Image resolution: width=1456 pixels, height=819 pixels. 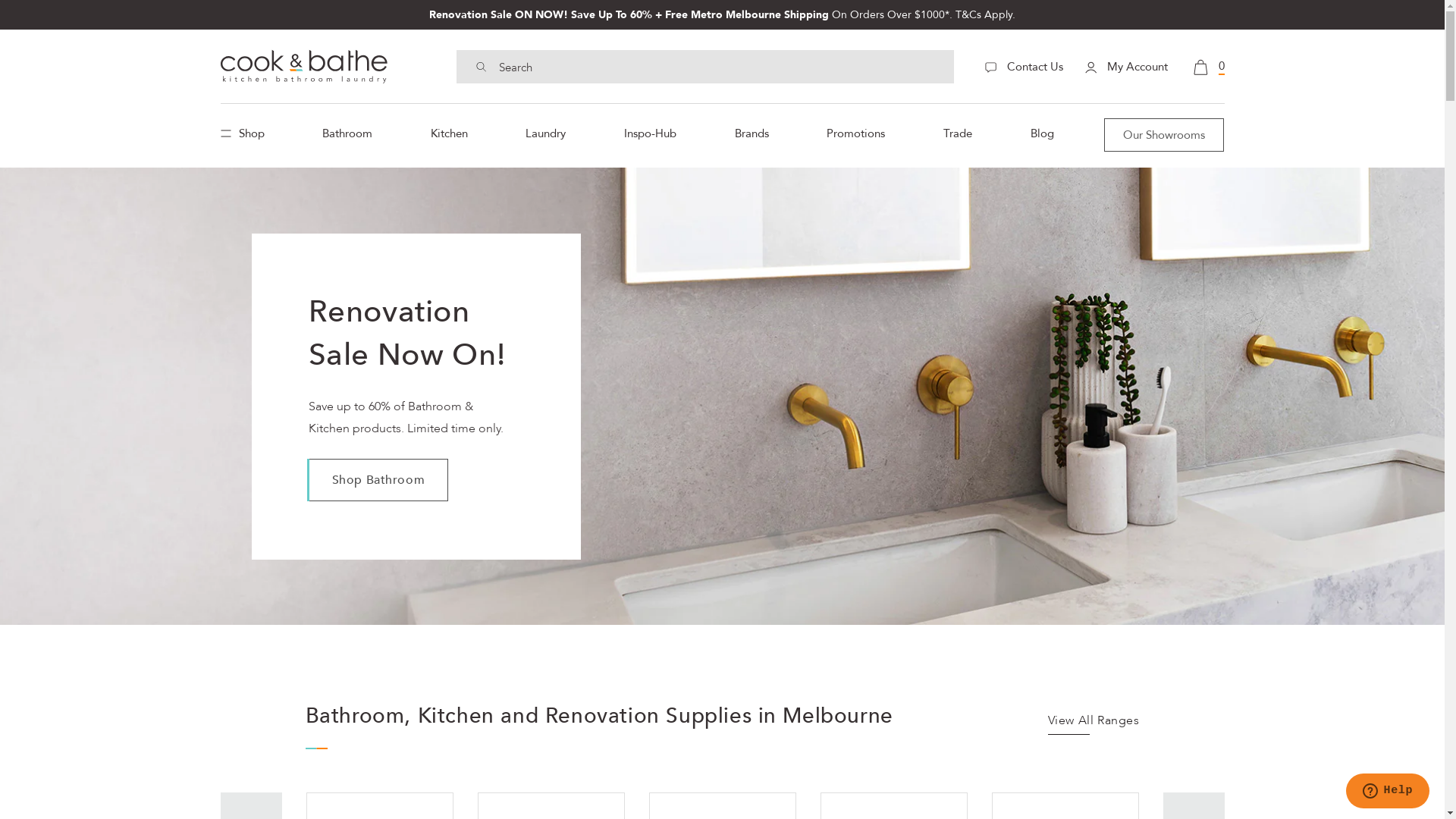 I want to click on 'Contact Us', so click(x=1023, y=66).